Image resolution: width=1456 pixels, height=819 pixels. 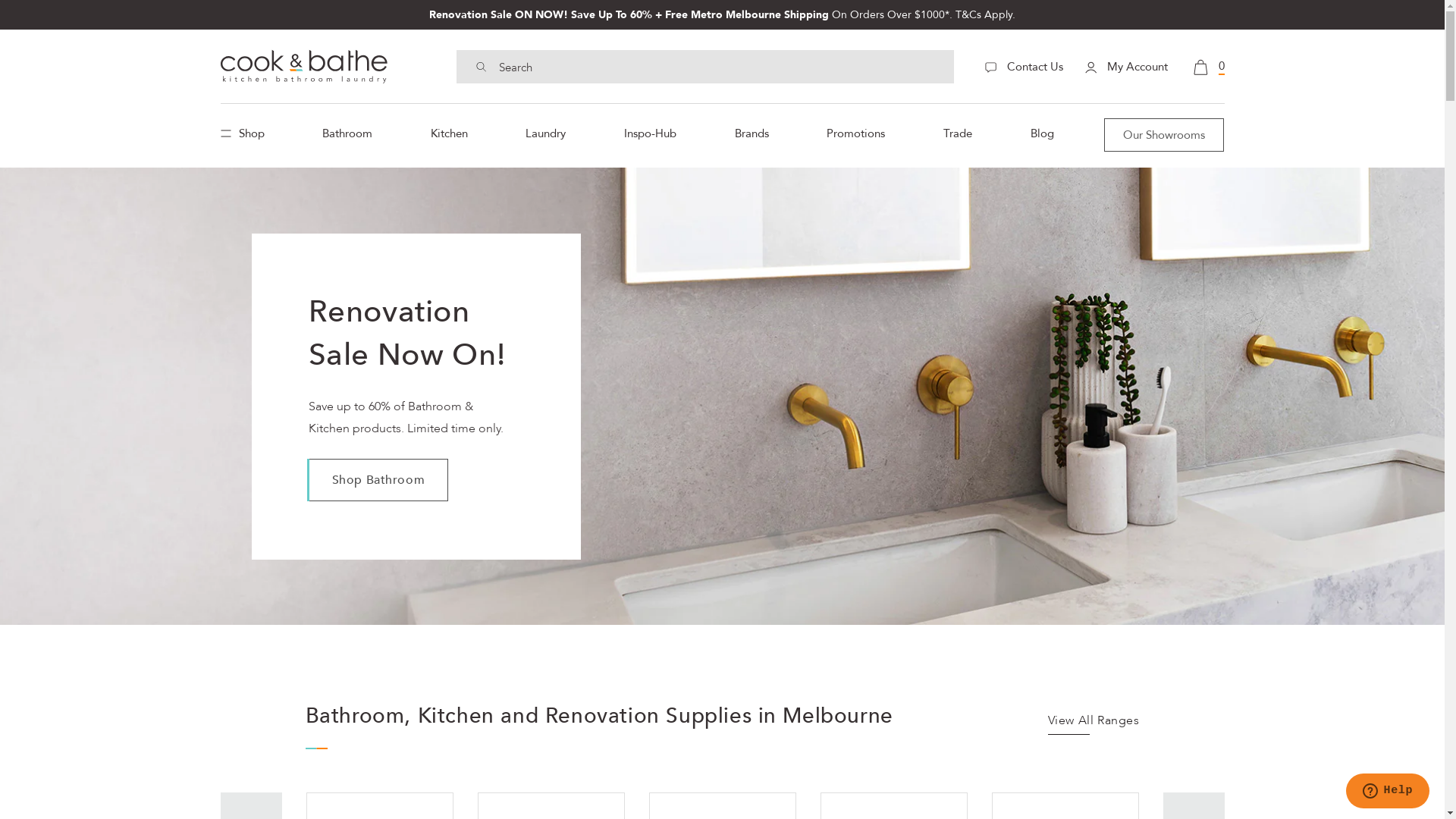 I want to click on 'Contact Us', so click(x=1023, y=66).